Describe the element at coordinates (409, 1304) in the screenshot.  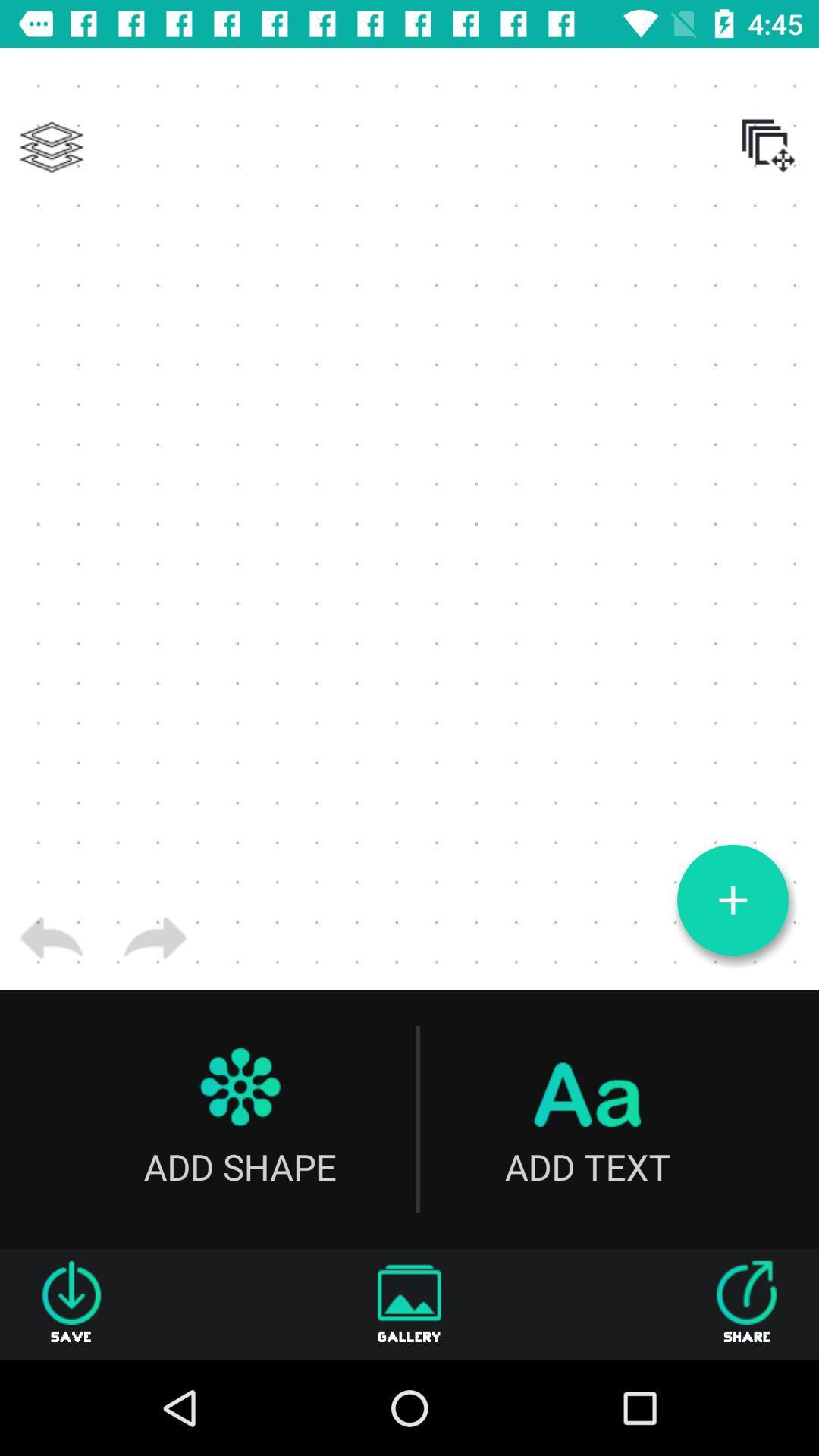
I see `icon next to the save icon` at that location.